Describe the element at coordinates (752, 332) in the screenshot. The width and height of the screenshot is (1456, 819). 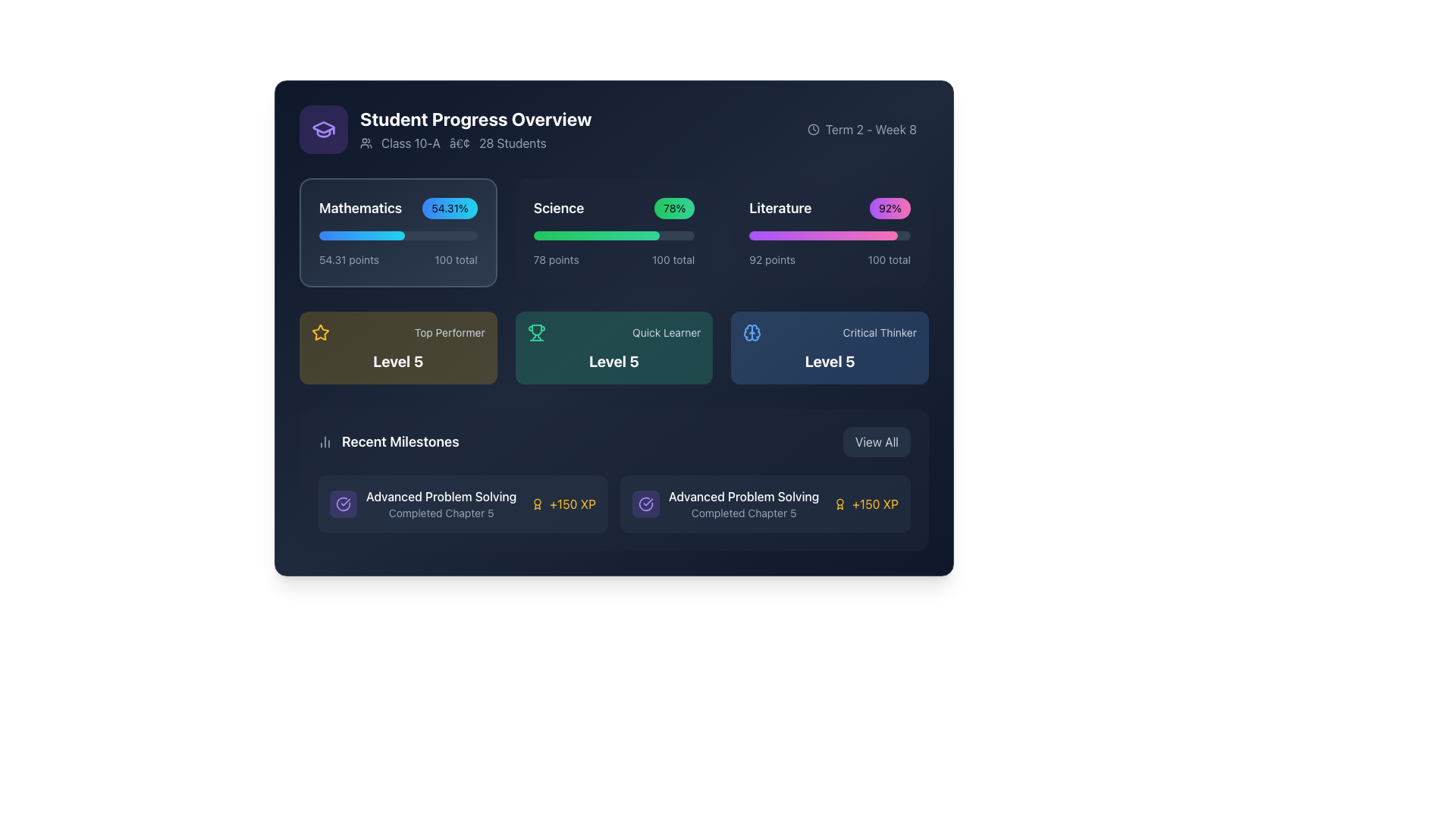
I see `the blue stylized brain outline SVG icon located on the far-left side of the 'Critical Thinker' group` at that location.